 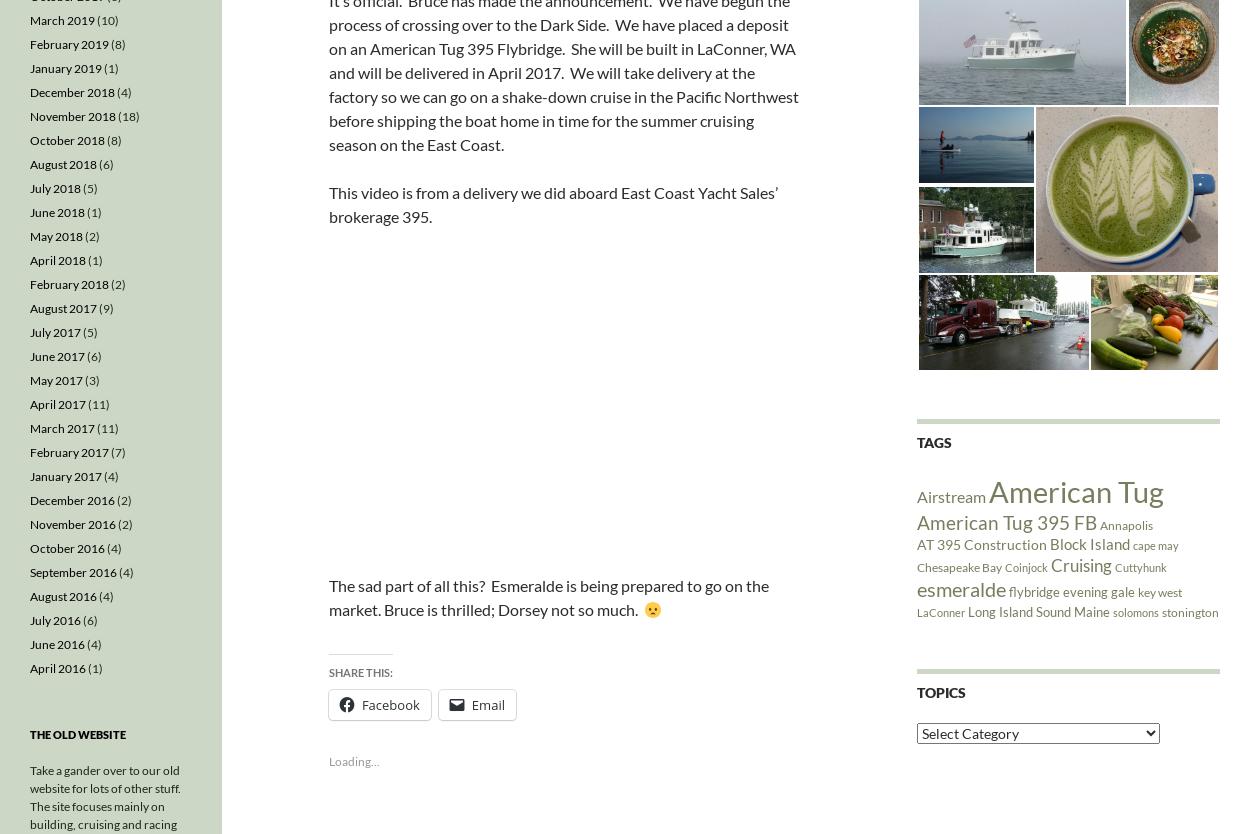 I want to click on 'Topics', so click(x=939, y=690).